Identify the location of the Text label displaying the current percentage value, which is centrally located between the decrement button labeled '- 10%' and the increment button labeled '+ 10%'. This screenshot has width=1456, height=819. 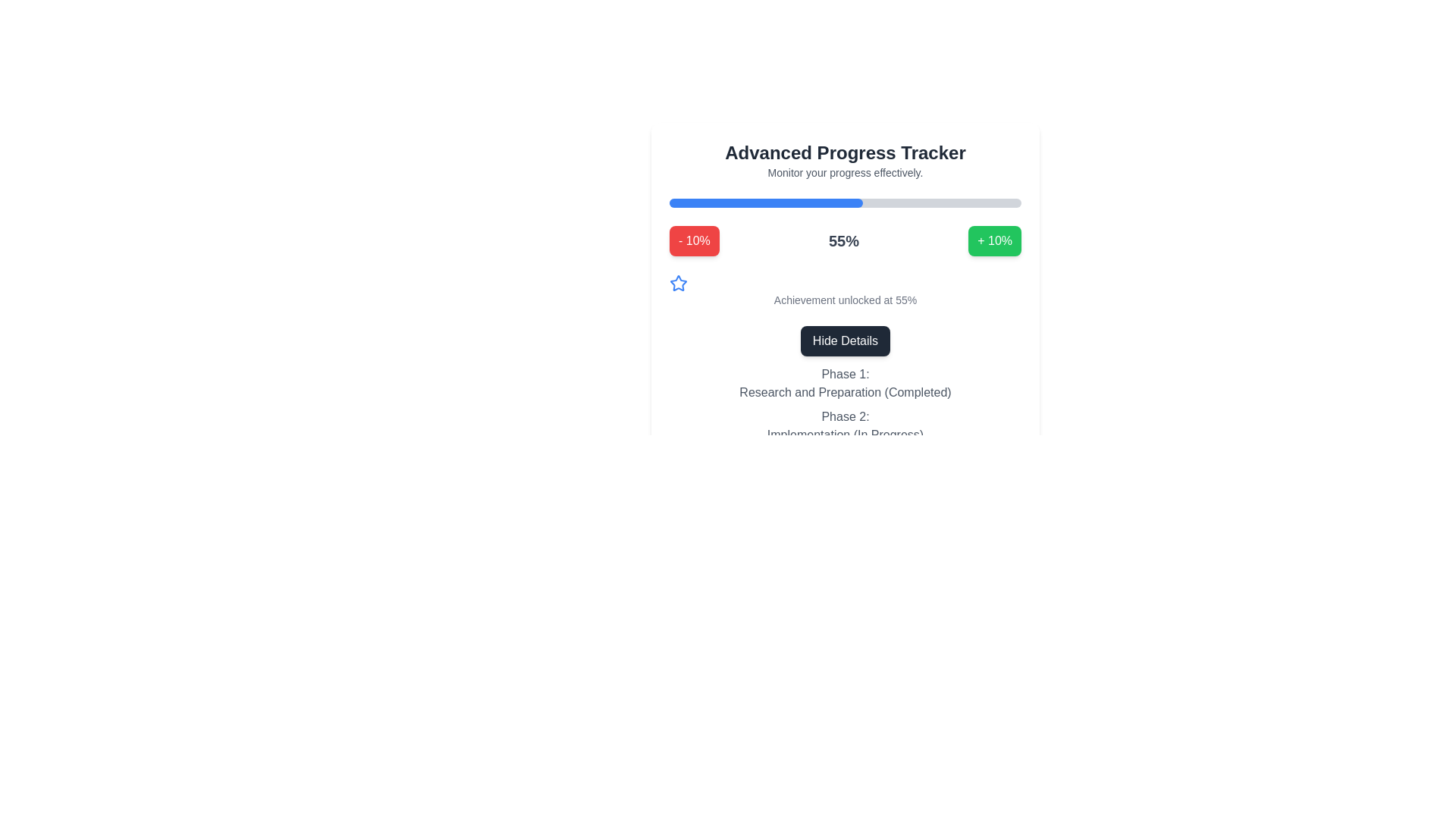
(843, 240).